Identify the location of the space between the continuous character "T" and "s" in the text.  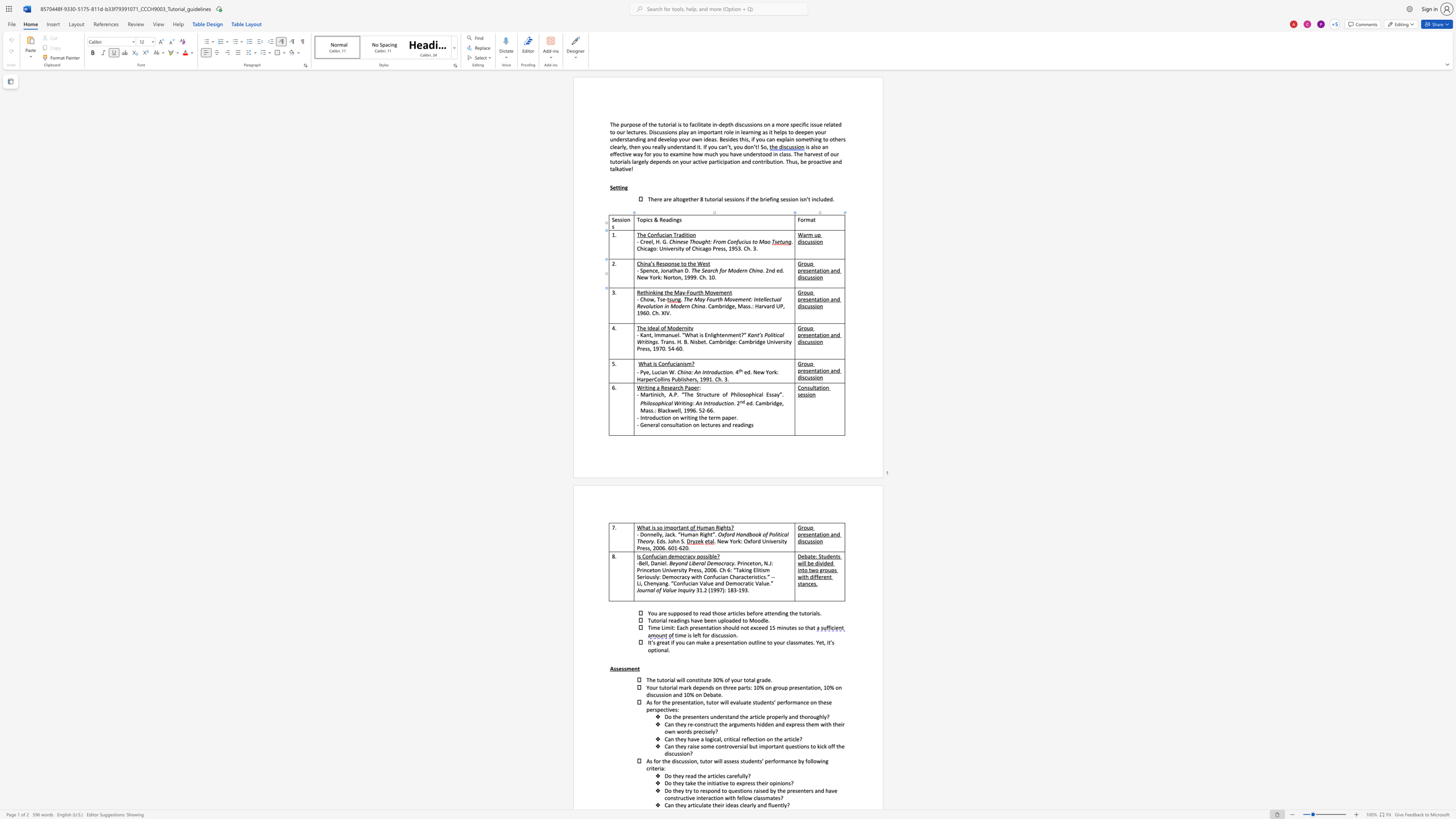
(660, 299).